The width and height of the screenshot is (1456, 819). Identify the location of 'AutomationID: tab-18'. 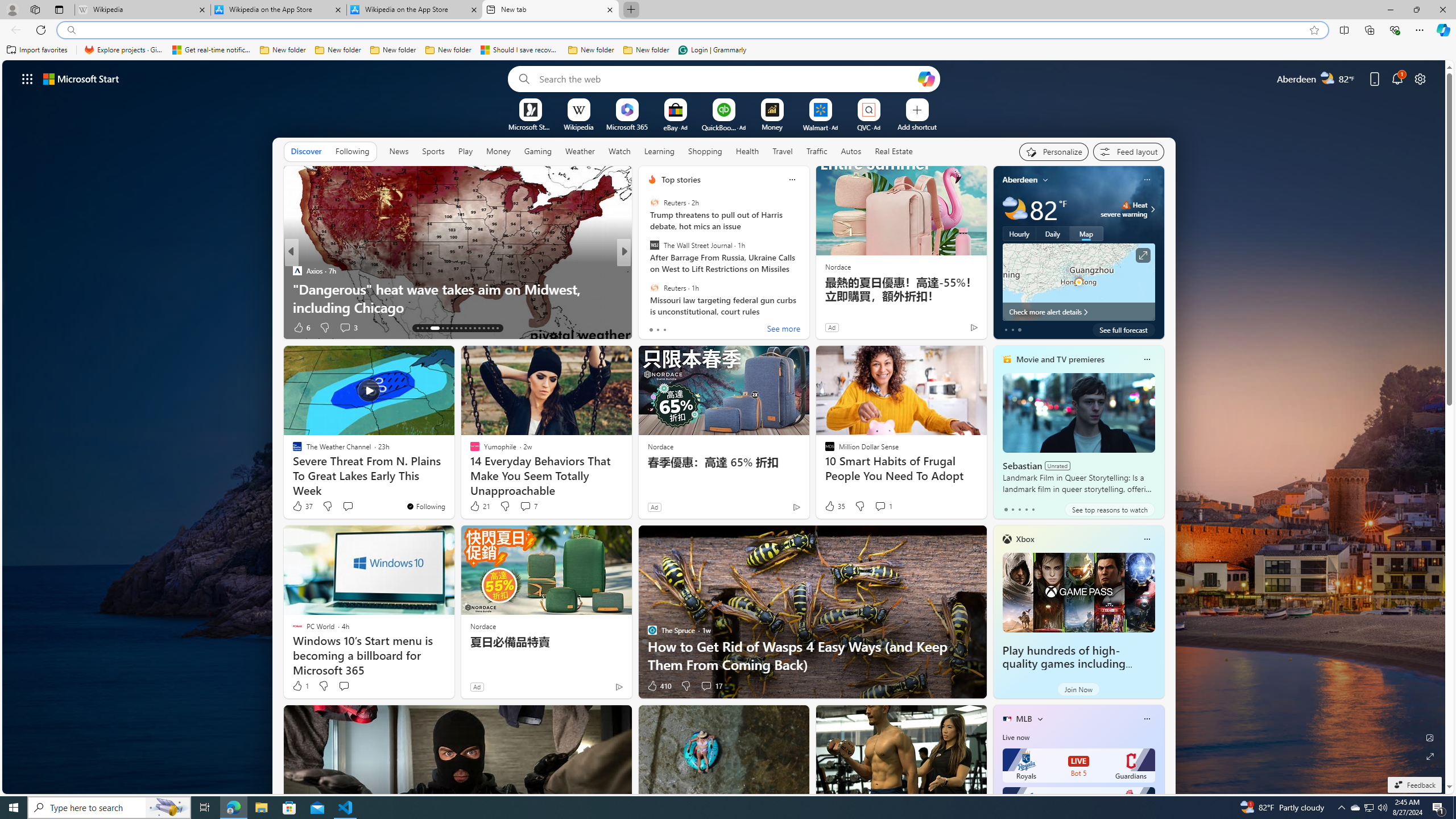
(446, 328).